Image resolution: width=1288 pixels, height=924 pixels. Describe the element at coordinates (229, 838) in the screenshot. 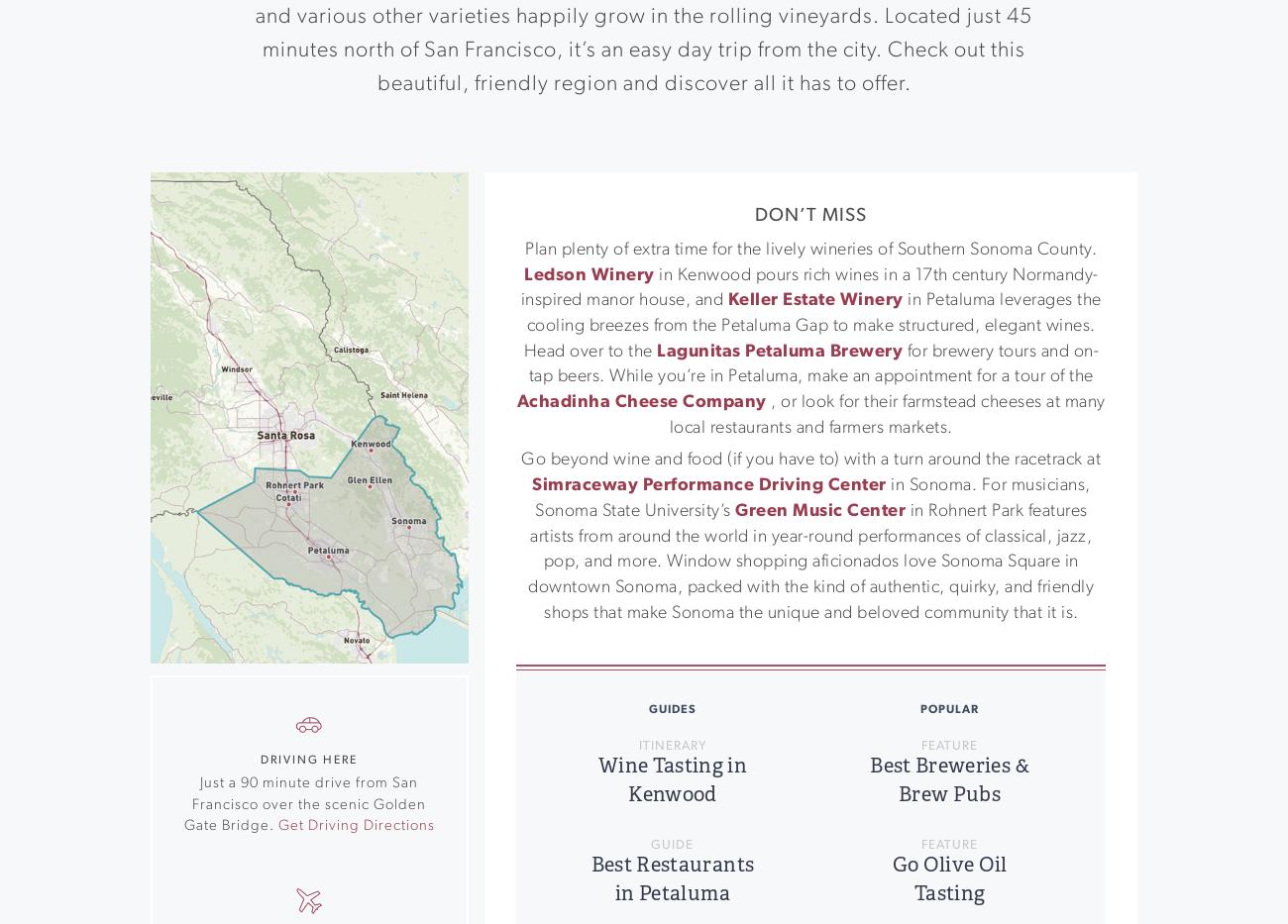

I see `'Southern Sonoma County'` at that location.